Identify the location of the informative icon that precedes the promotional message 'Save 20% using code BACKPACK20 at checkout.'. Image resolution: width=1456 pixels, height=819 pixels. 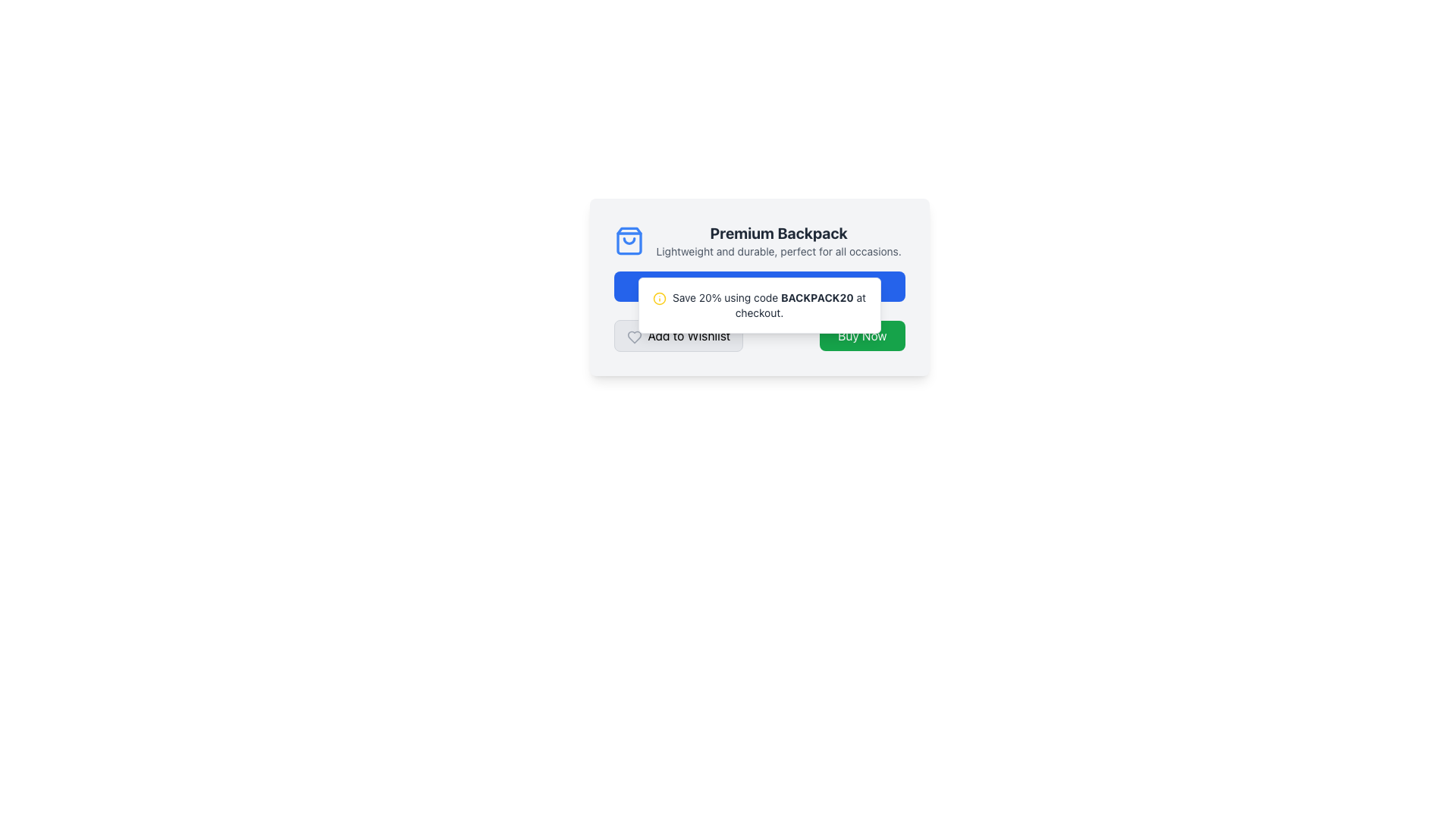
(659, 299).